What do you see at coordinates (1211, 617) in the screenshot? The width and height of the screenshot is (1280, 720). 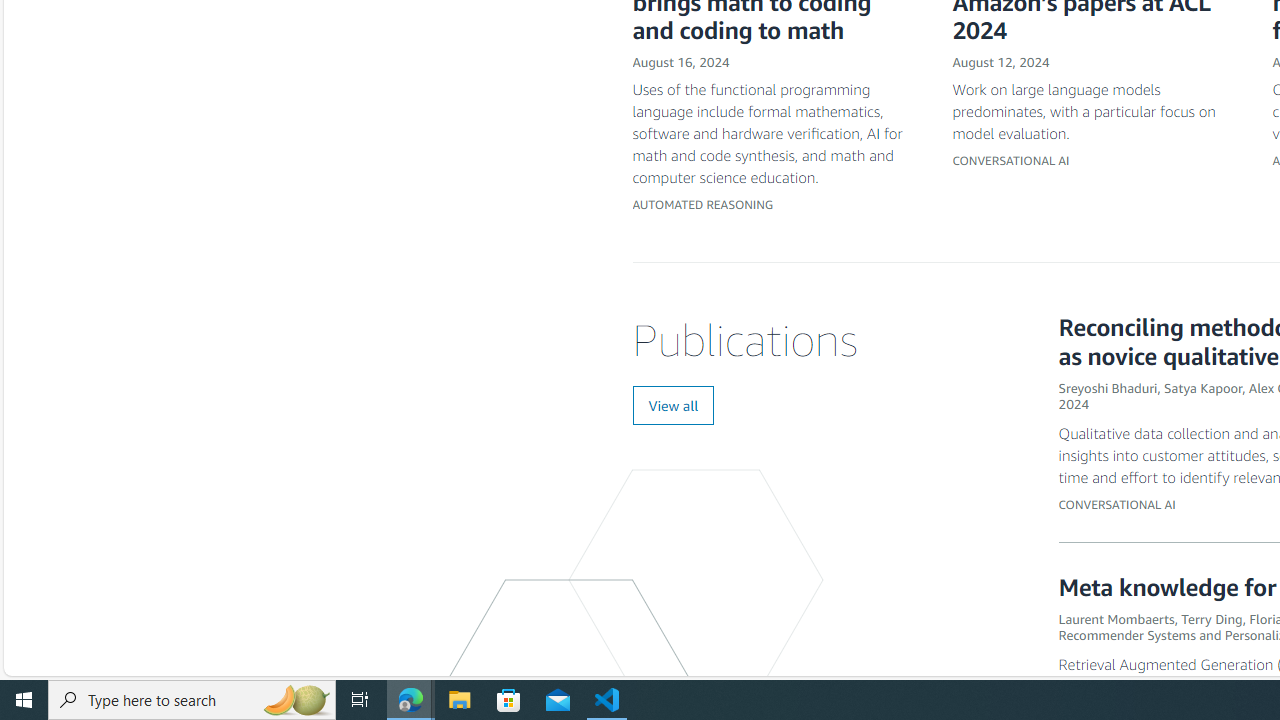 I see `'Terry Ding'` at bounding box center [1211, 617].